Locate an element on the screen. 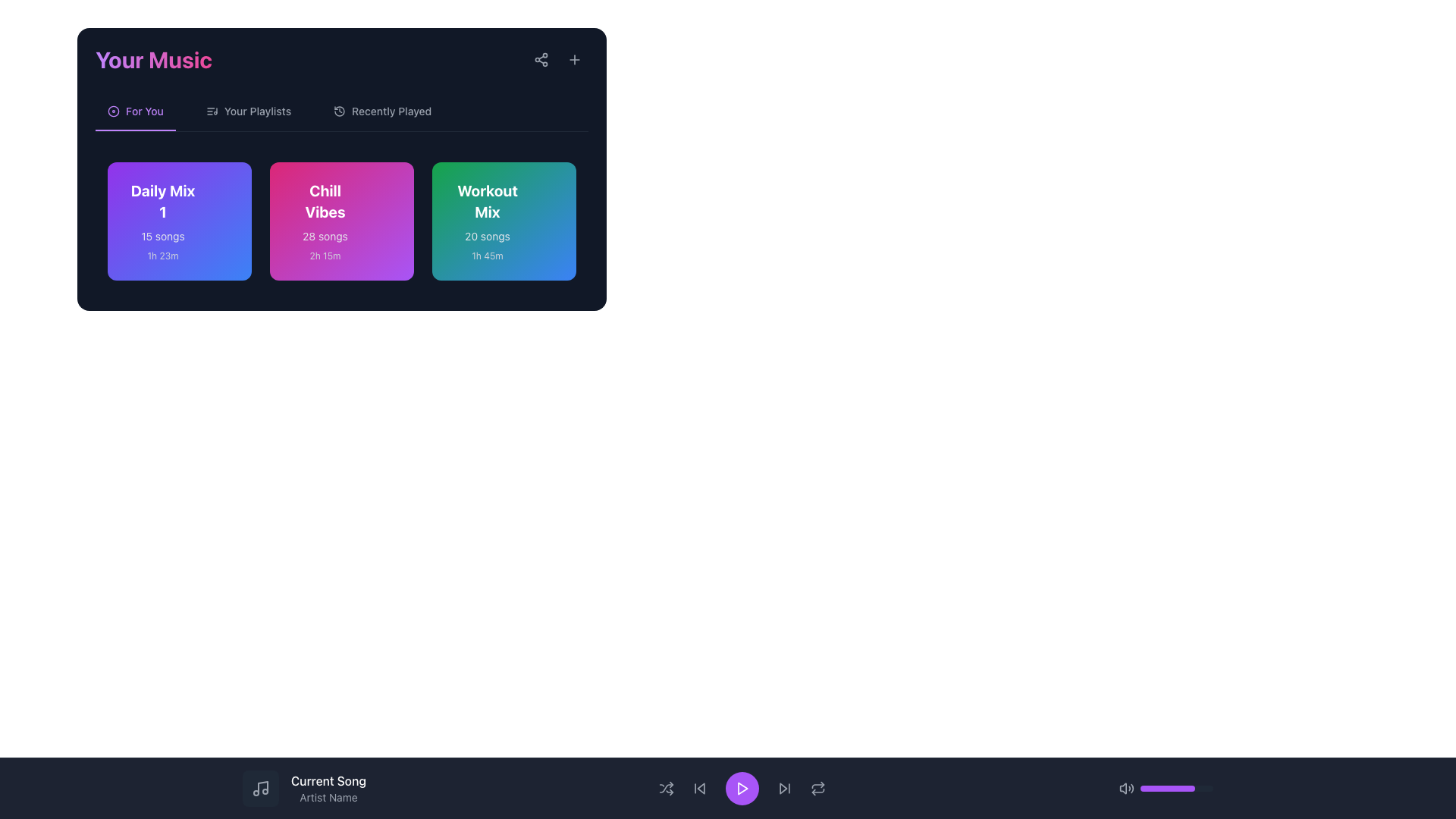  the 'Chill Vibes' playlist item is located at coordinates (341, 221).